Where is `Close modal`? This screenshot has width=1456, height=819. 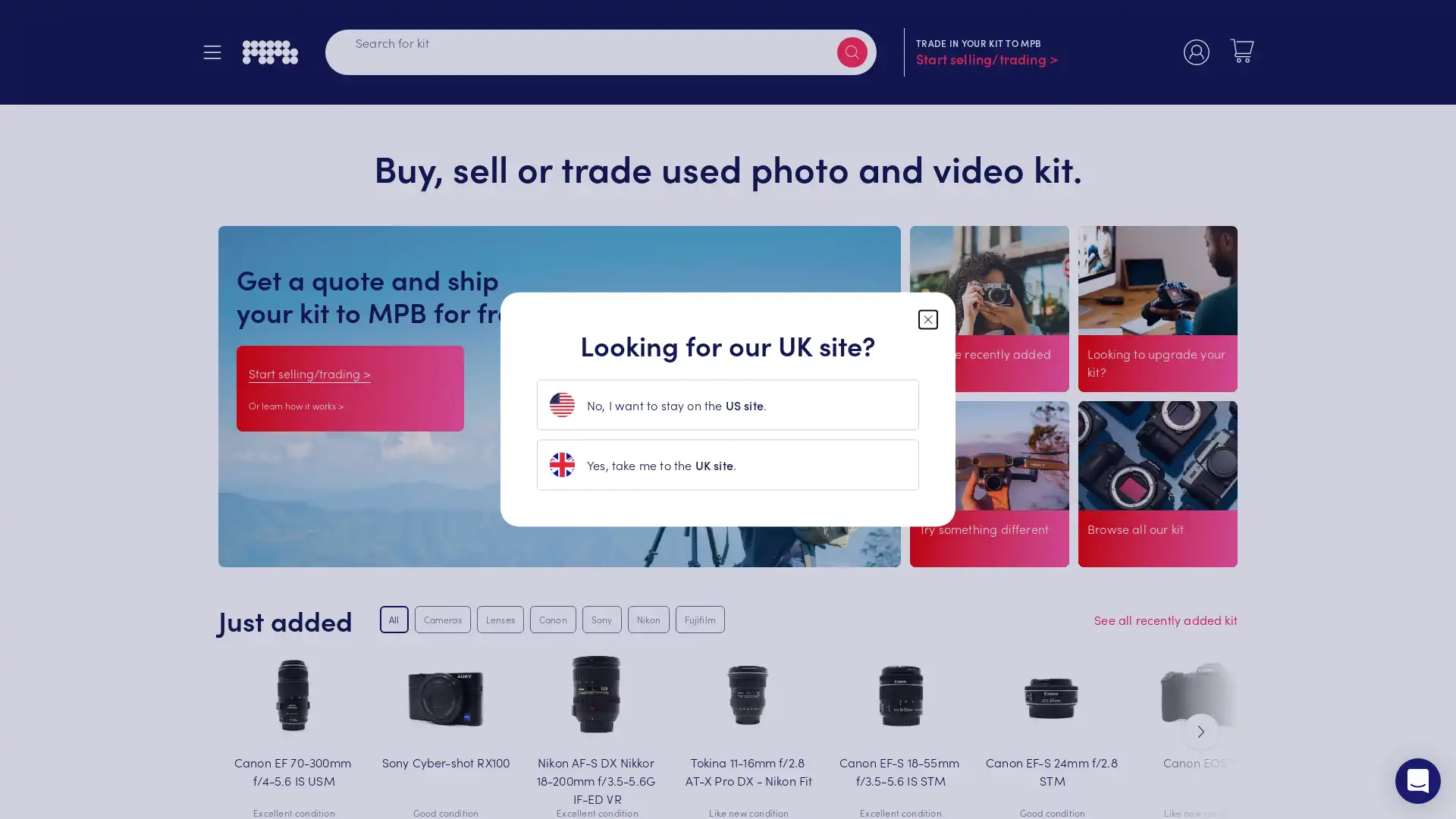 Close modal is located at coordinates (927, 318).